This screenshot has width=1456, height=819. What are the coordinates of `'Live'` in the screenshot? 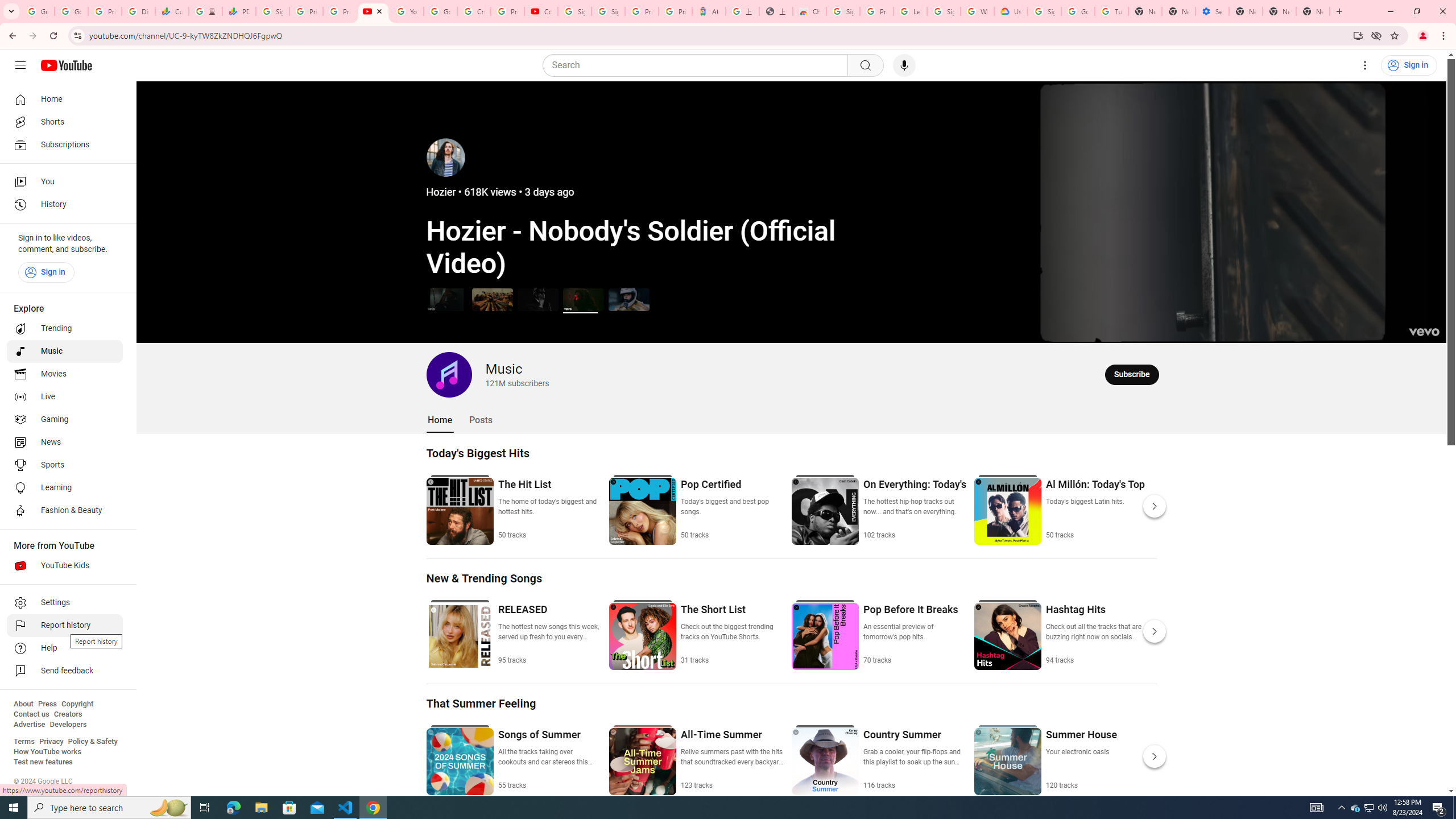 It's located at (64, 396).